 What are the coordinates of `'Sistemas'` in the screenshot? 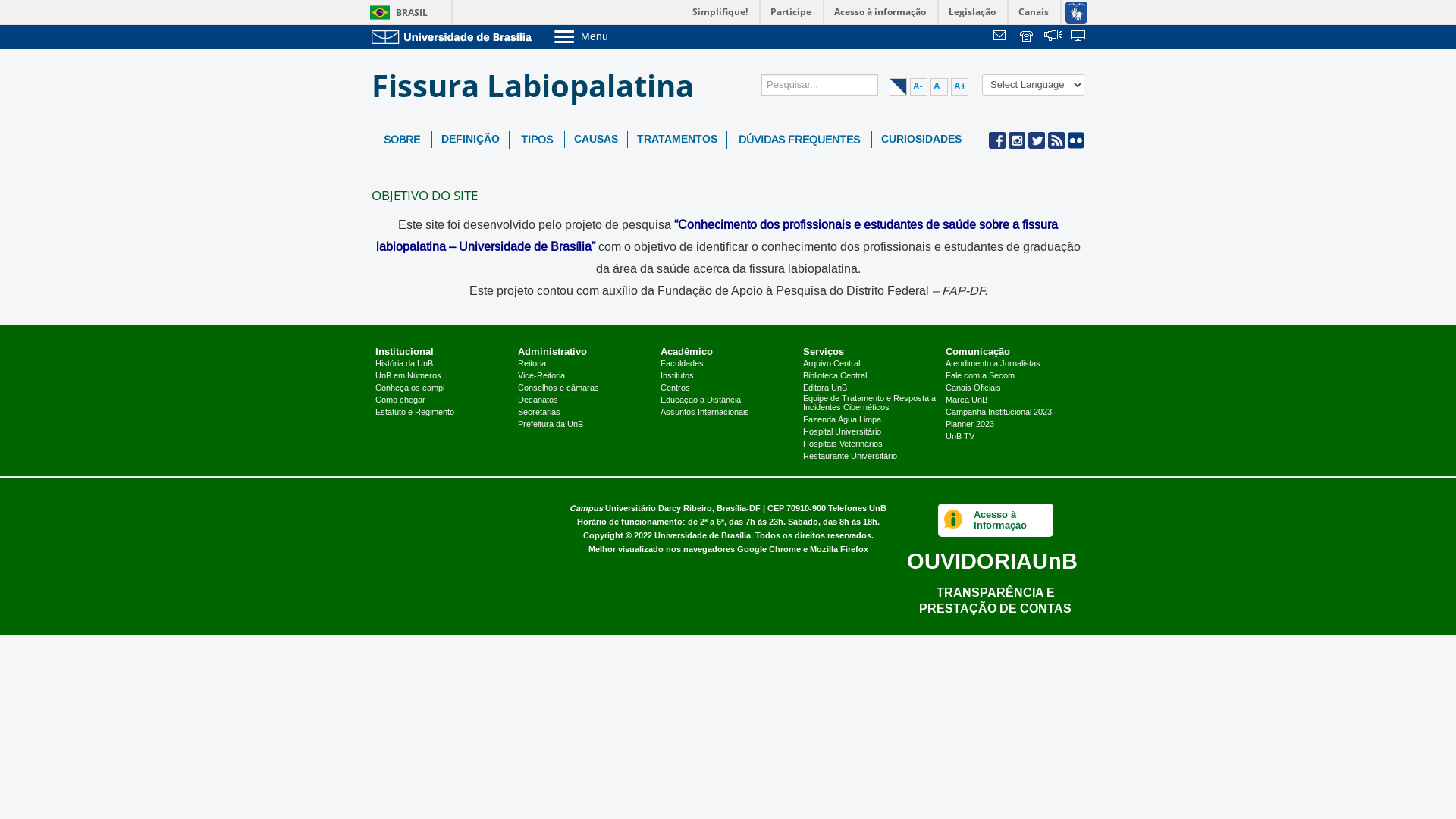 It's located at (1078, 36).